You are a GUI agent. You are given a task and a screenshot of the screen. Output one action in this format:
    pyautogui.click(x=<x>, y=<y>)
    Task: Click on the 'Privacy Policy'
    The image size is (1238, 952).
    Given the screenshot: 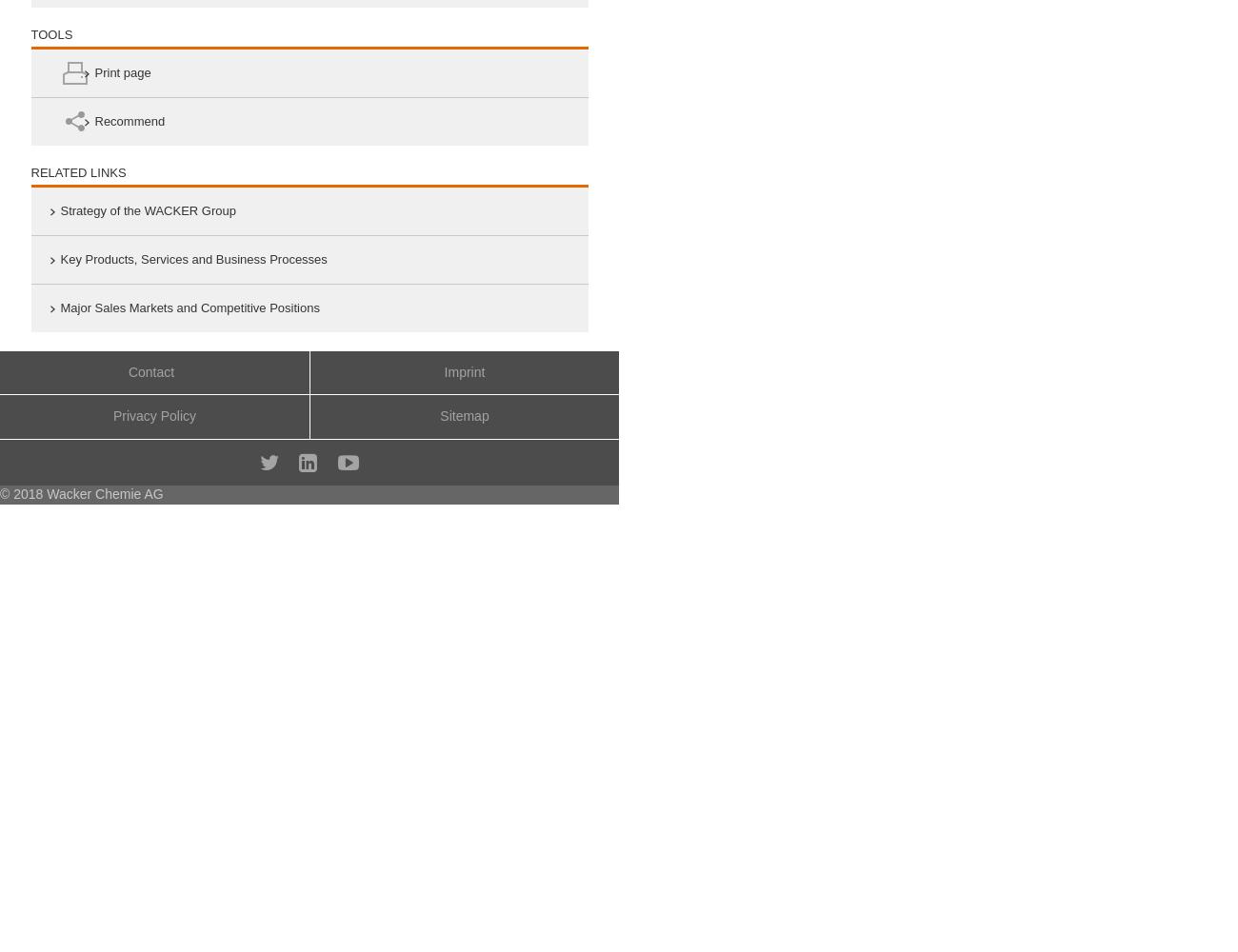 What is the action you would take?
    pyautogui.click(x=152, y=416)
    